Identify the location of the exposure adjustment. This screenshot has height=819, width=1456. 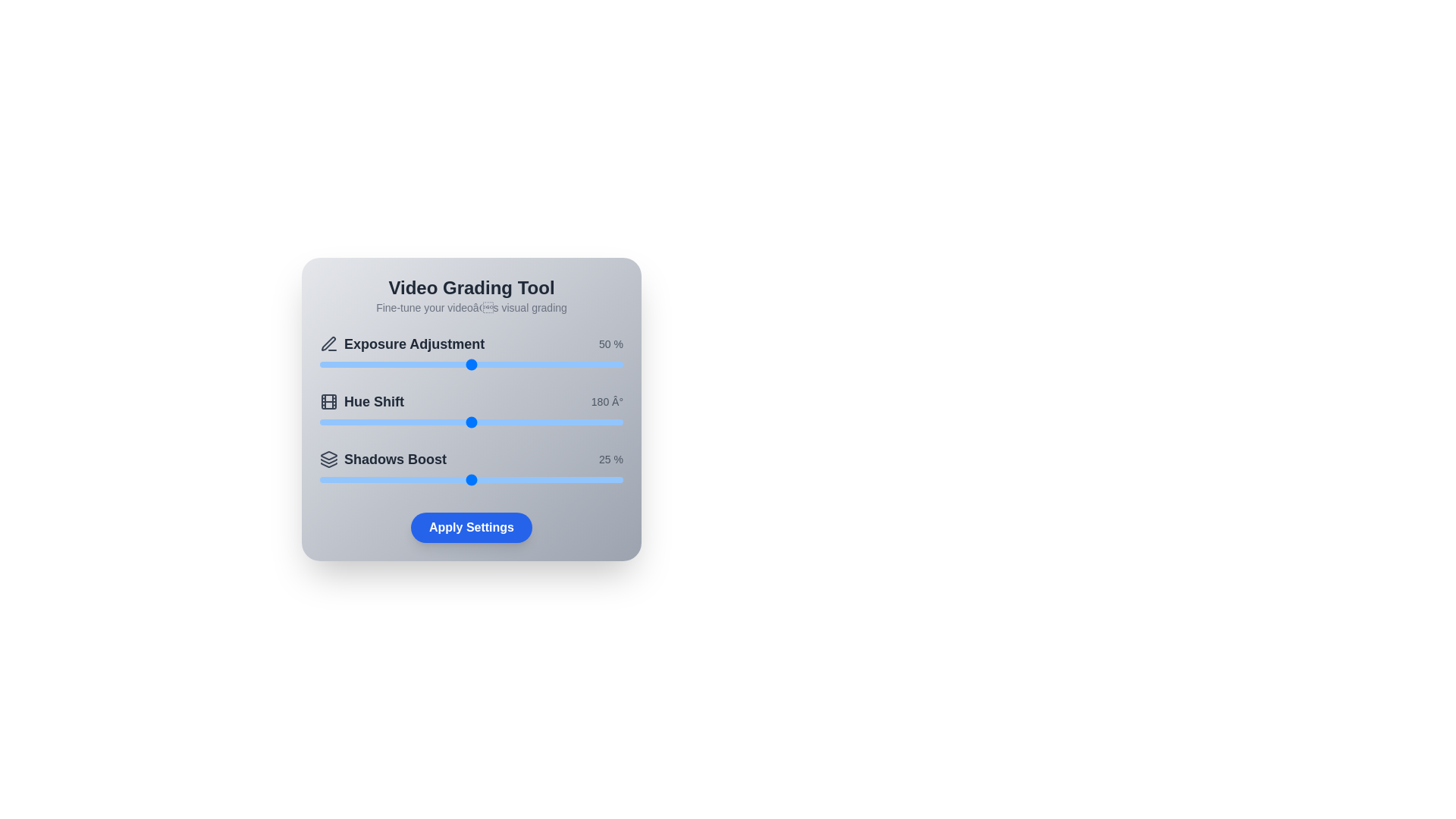
(325, 365).